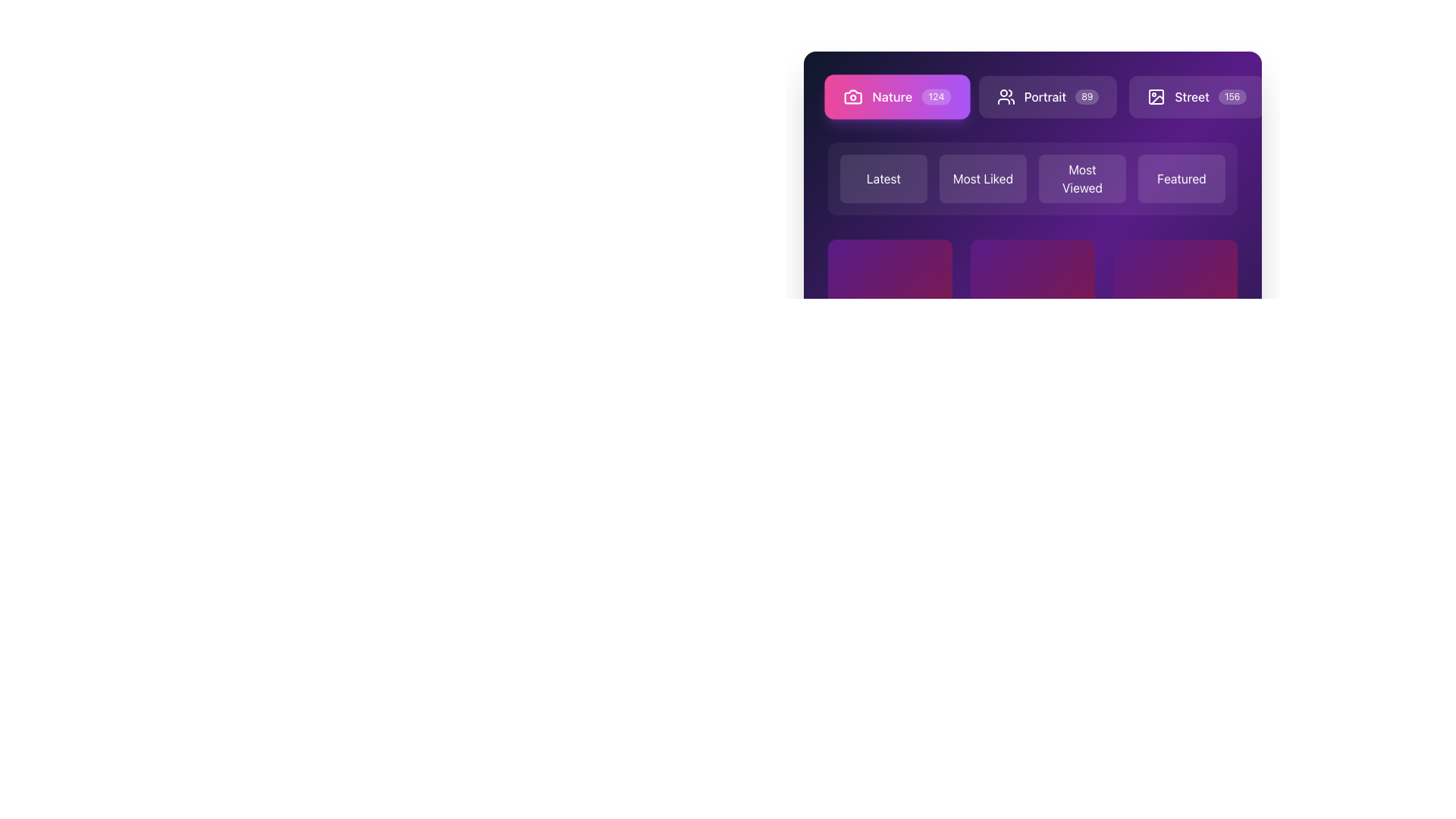  Describe the element at coordinates (1191, 96) in the screenshot. I see `the text label 'Street' in the top navigation bar` at that location.